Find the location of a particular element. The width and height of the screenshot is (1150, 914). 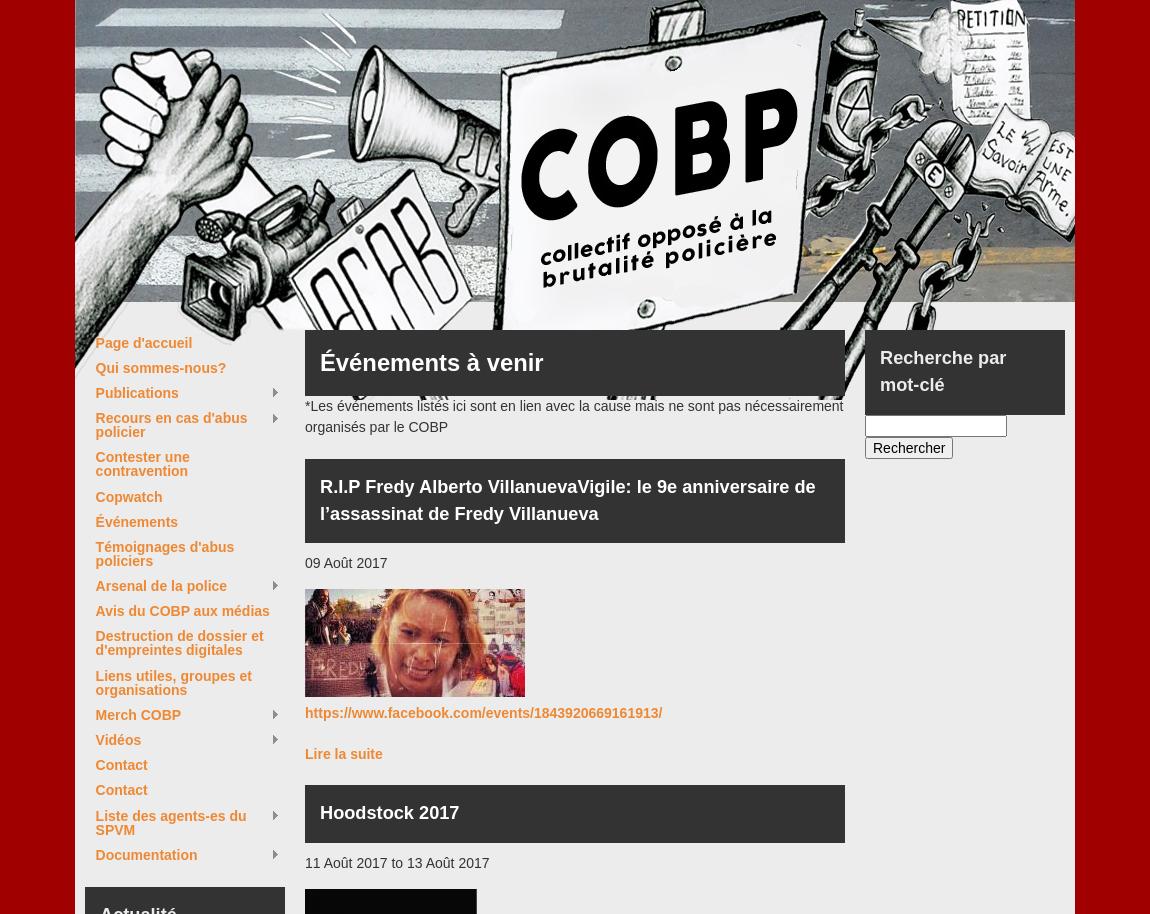

'R.I.P Fredy Alberto Villanueva‎Vigile: le 9e anniversaire de l’assassinat de Fredy Villanueva' is located at coordinates (567, 499).